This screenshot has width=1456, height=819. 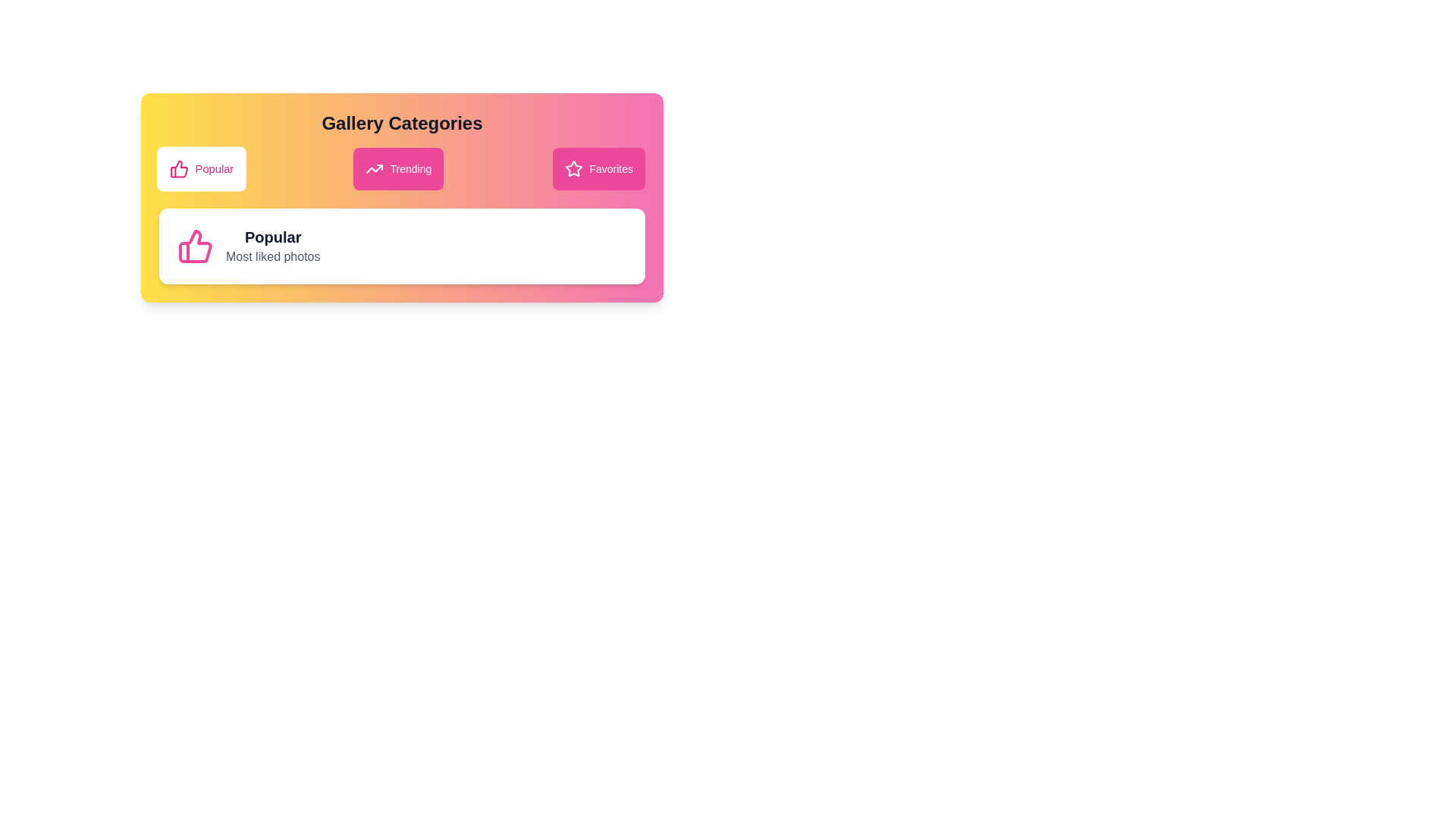 What do you see at coordinates (402, 122) in the screenshot?
I see `the bold, large-sized static text reading 'Gallery Categories' which is centrally located at the top of a vibrant card with a gradient background from yellow to pink` at bounding box center [402, 122].